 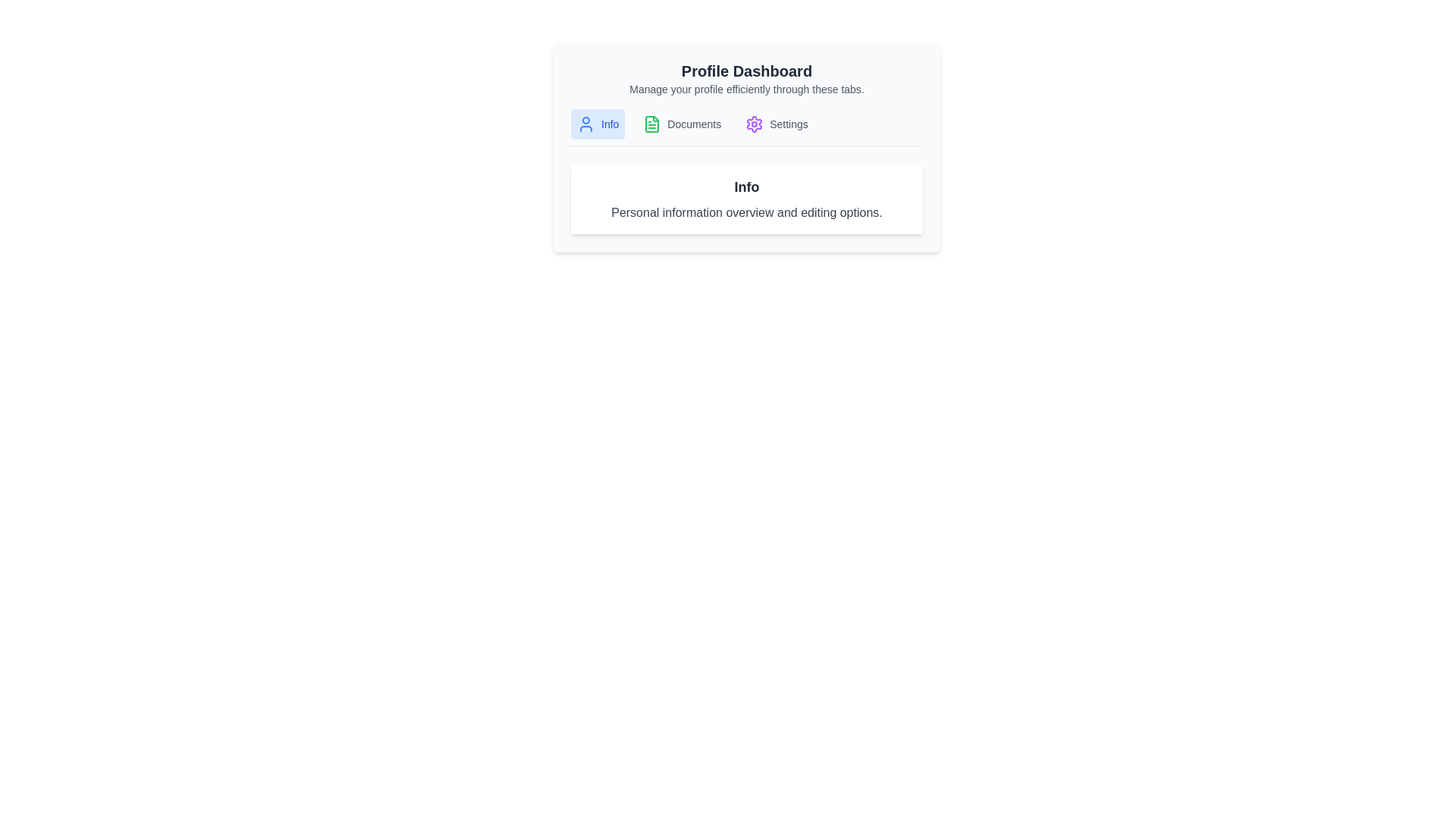 I want to click on the Documents tab to view its content, so click(x=681, y=124).